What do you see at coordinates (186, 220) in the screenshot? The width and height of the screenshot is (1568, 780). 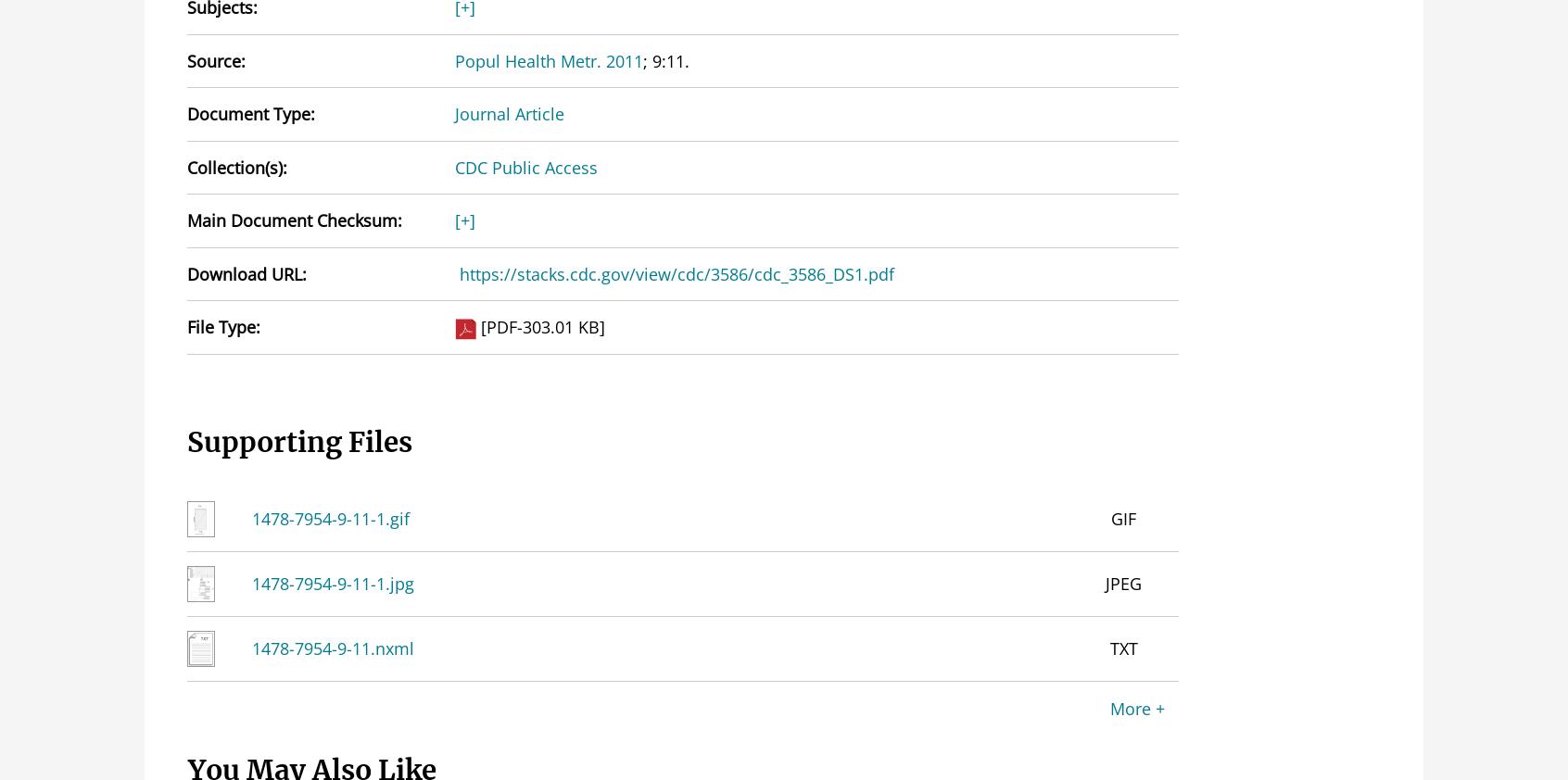 I see `'Main Document Checksum:'` at bounding box center [186, 220].